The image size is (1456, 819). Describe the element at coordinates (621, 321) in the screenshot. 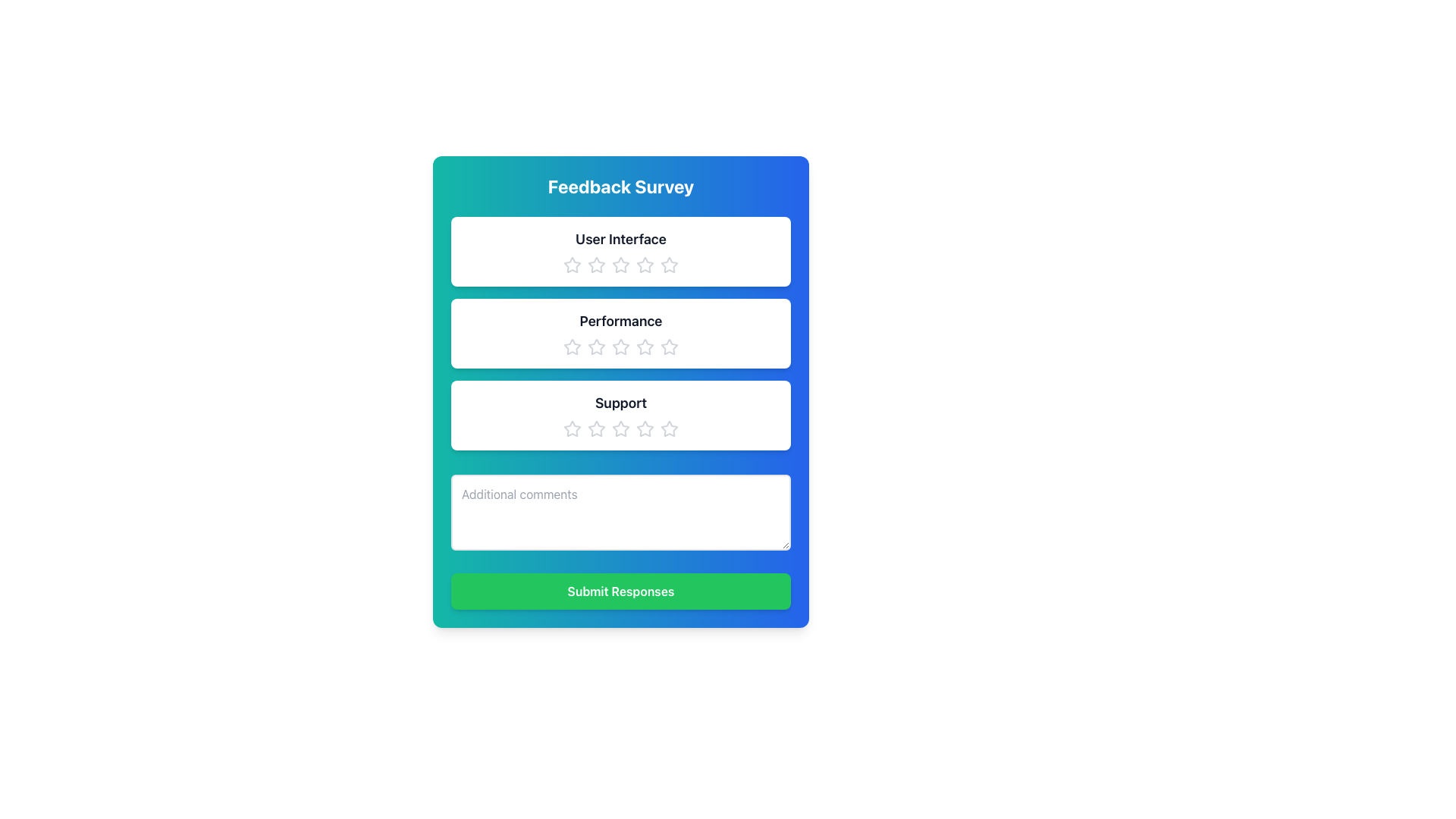

I see `the static text label displaying 'Performance', which is styled in bold dark gray and positioned as a heading above the rating section` at that location.